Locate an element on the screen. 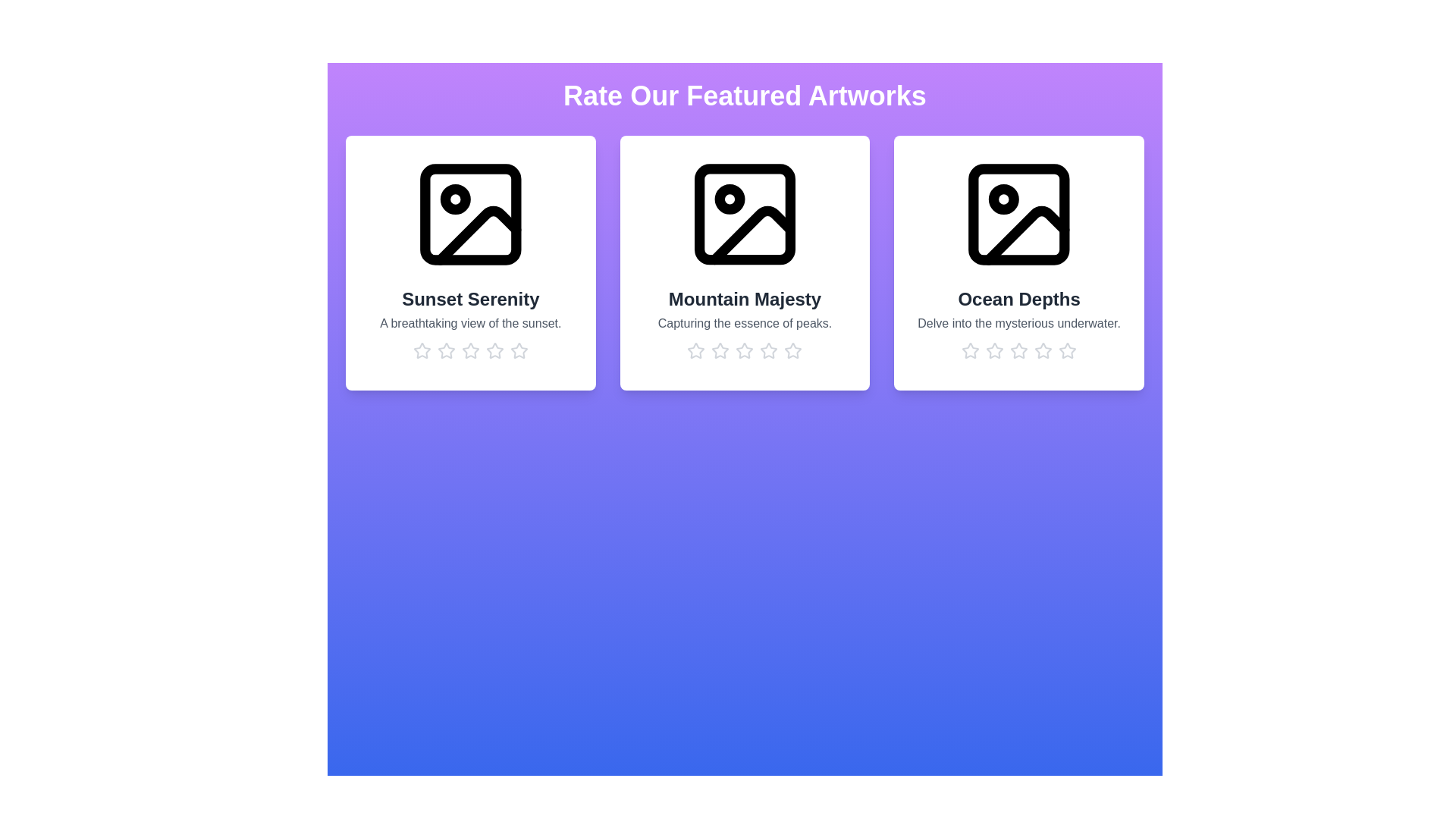 The height and width of the screenshot is (819, 1456). the artwork to view its title and description is located at coordinates (469, 262).